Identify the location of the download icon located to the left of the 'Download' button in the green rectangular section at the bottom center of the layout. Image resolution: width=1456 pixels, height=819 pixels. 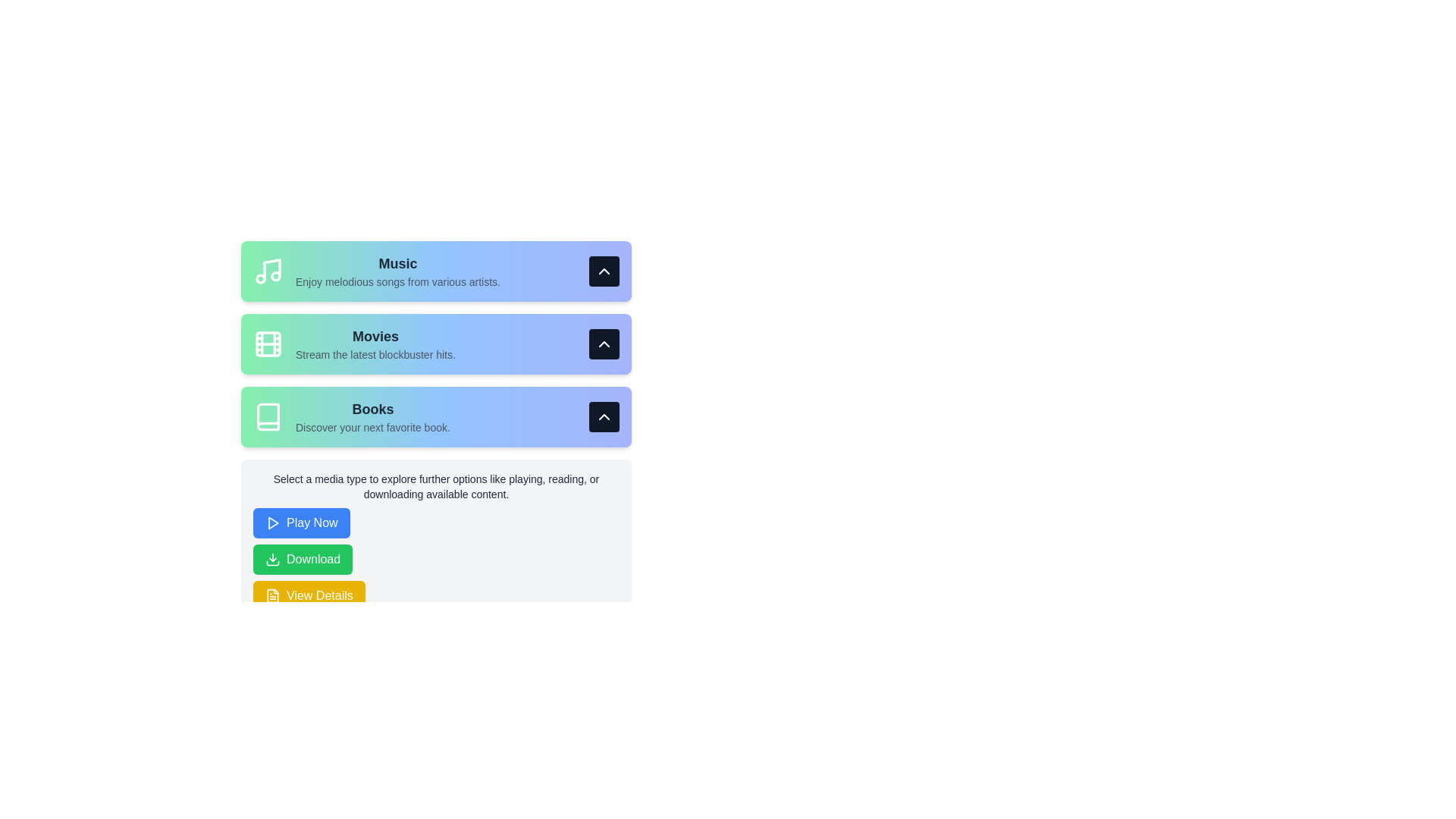
(273, 559).